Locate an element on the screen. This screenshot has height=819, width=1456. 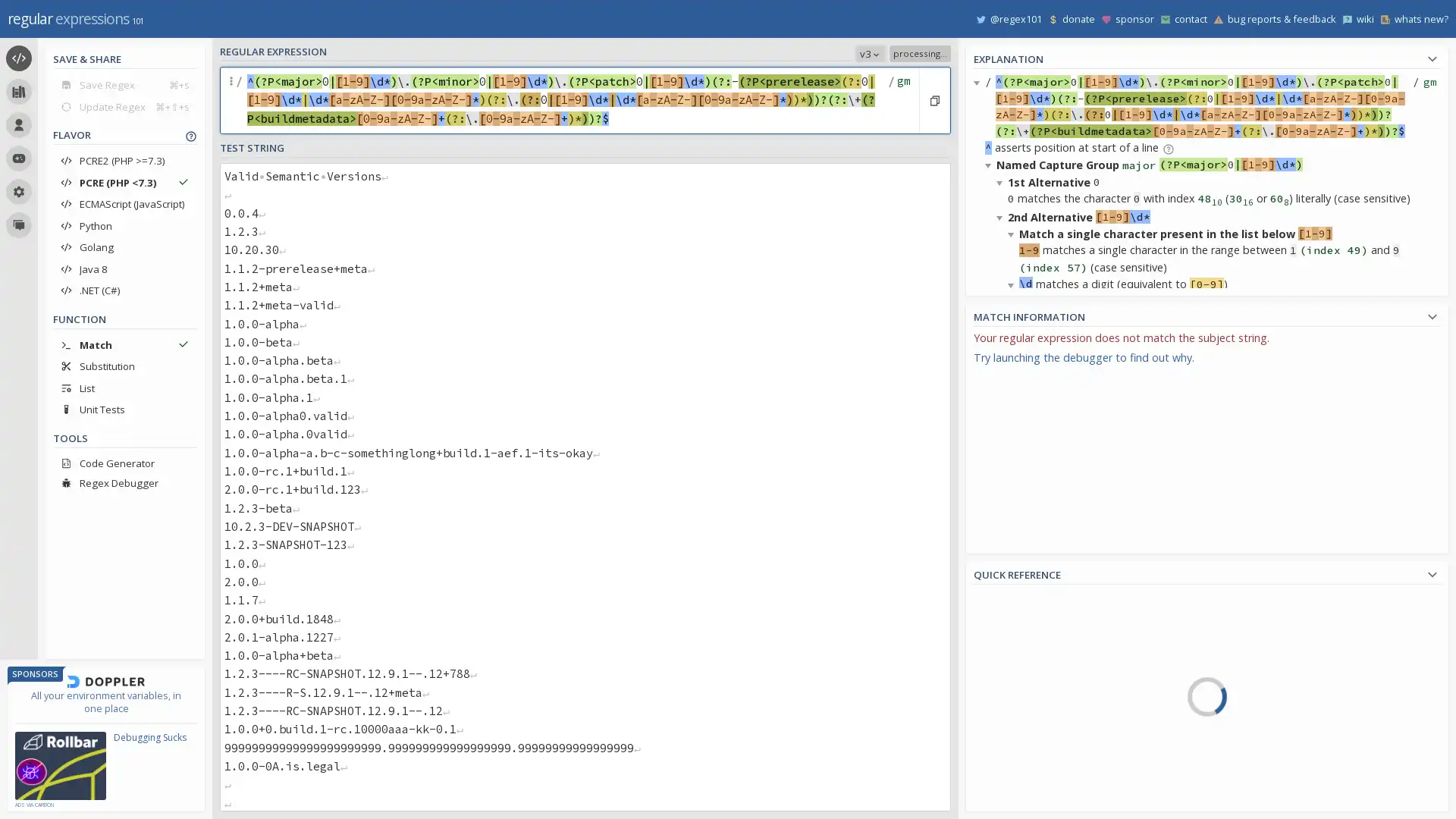
.NET (C#) is located at coordinates (124, 290).